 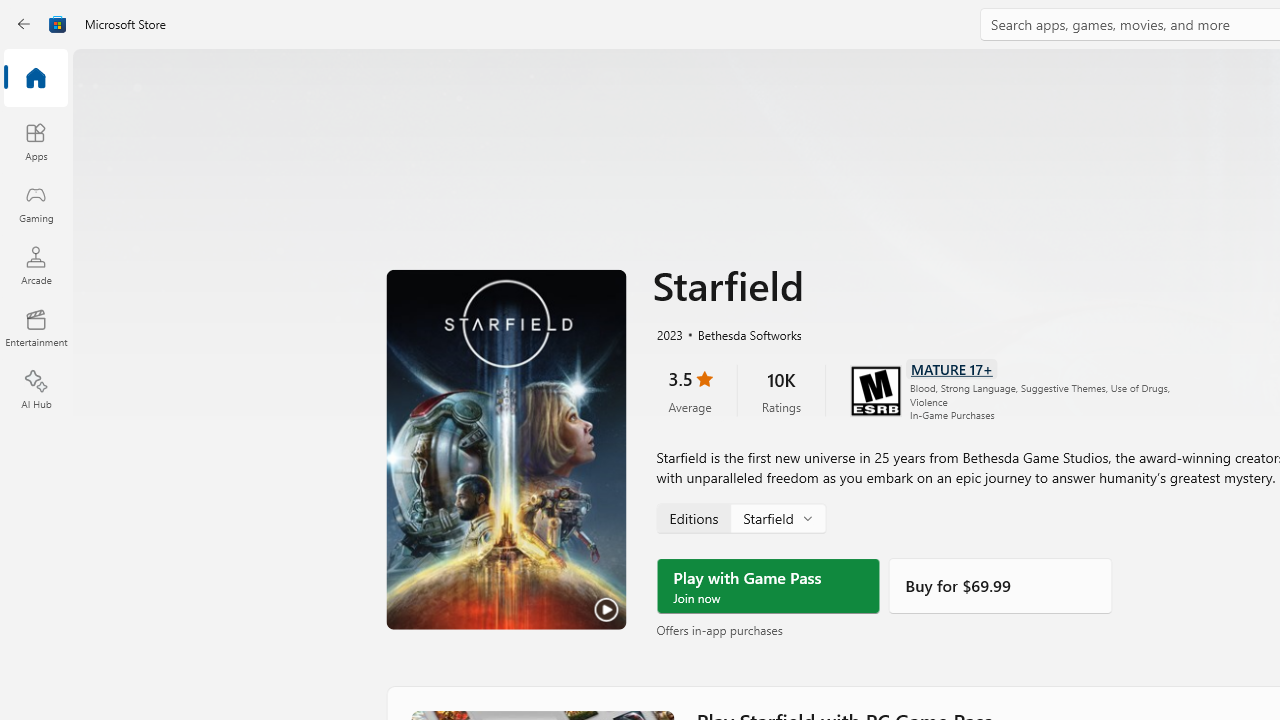 I want to click on 'Arcade', so click(x=35, y=264).